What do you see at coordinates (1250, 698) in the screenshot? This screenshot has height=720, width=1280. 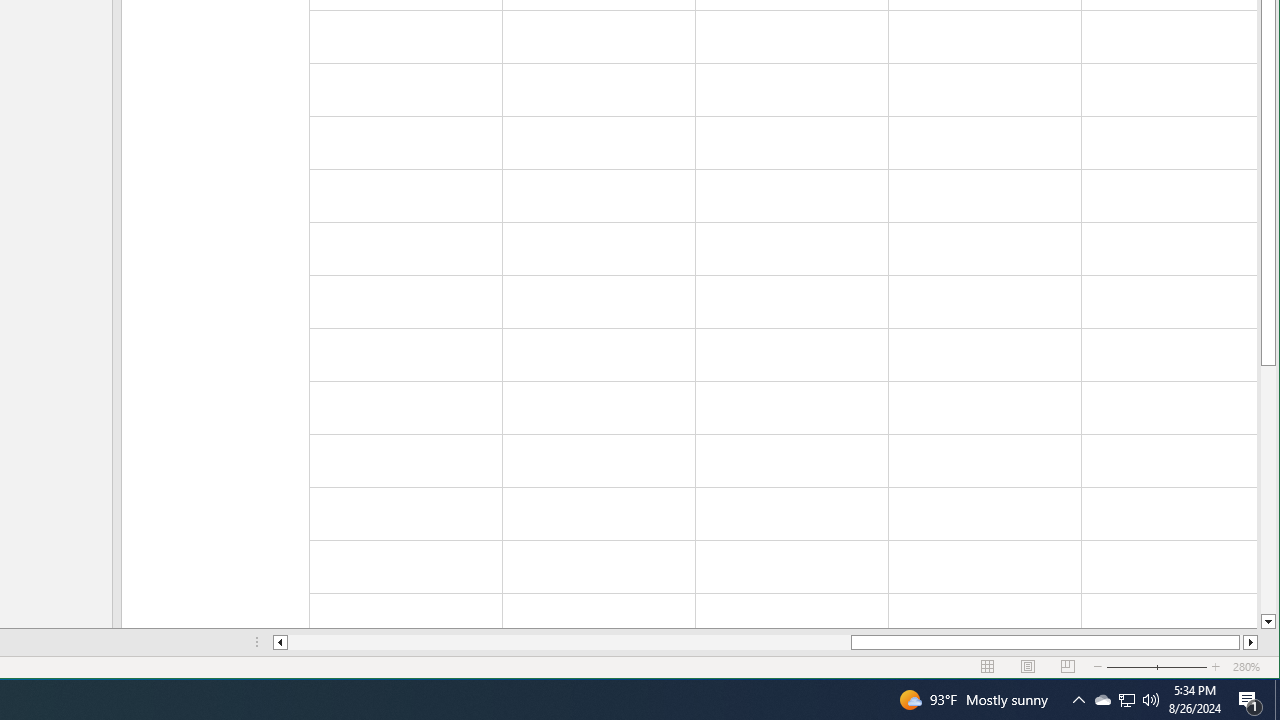 I see `'Action Center, 1 new notification'` at bounding box center [1250, 698].